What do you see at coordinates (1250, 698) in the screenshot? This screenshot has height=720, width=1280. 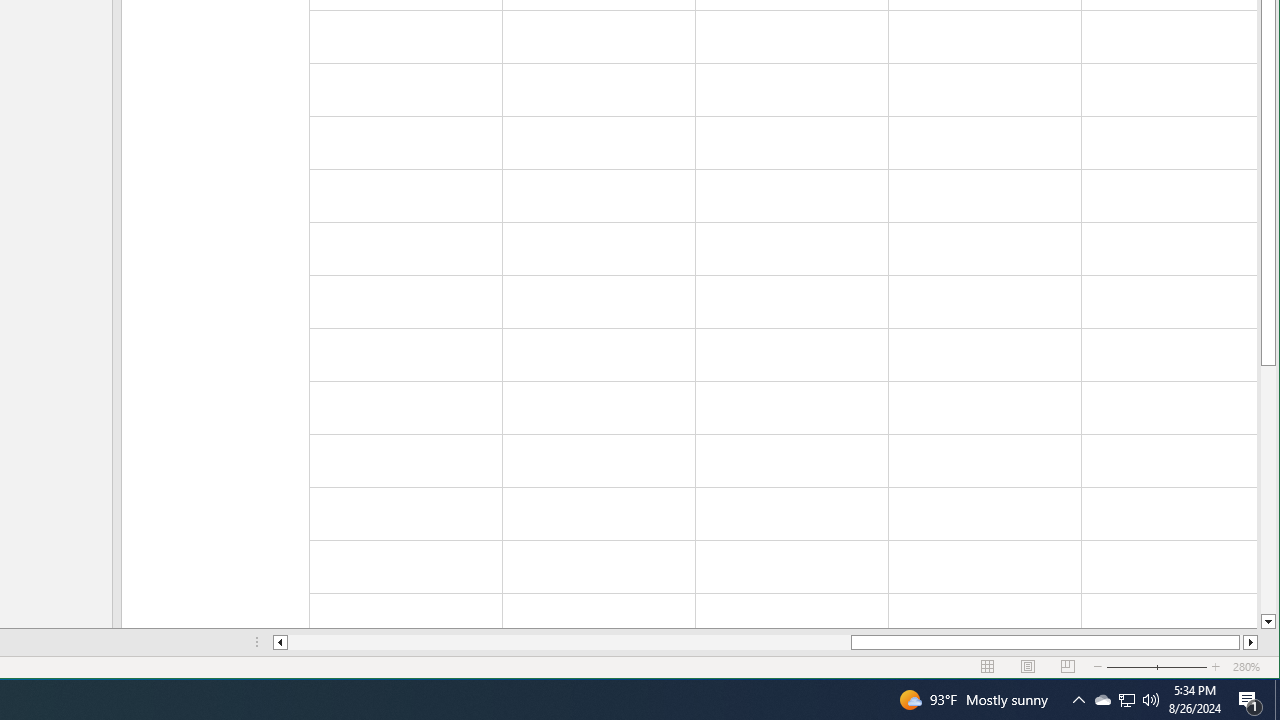 I see `'Action Center, 1 new notification'` at bounding box center [1250, 698].